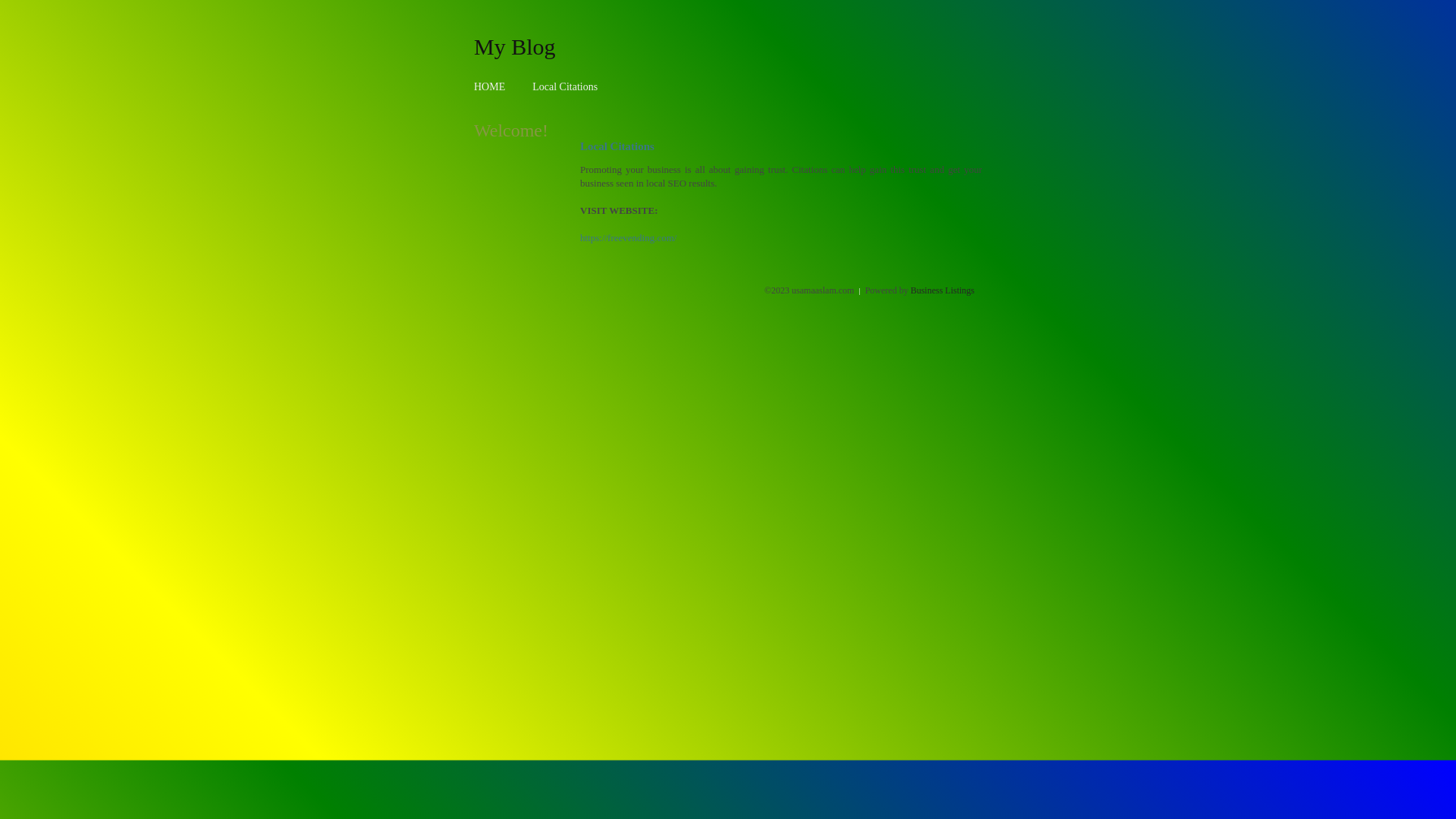  I want to click on 'My Blog', so click(514, 45).